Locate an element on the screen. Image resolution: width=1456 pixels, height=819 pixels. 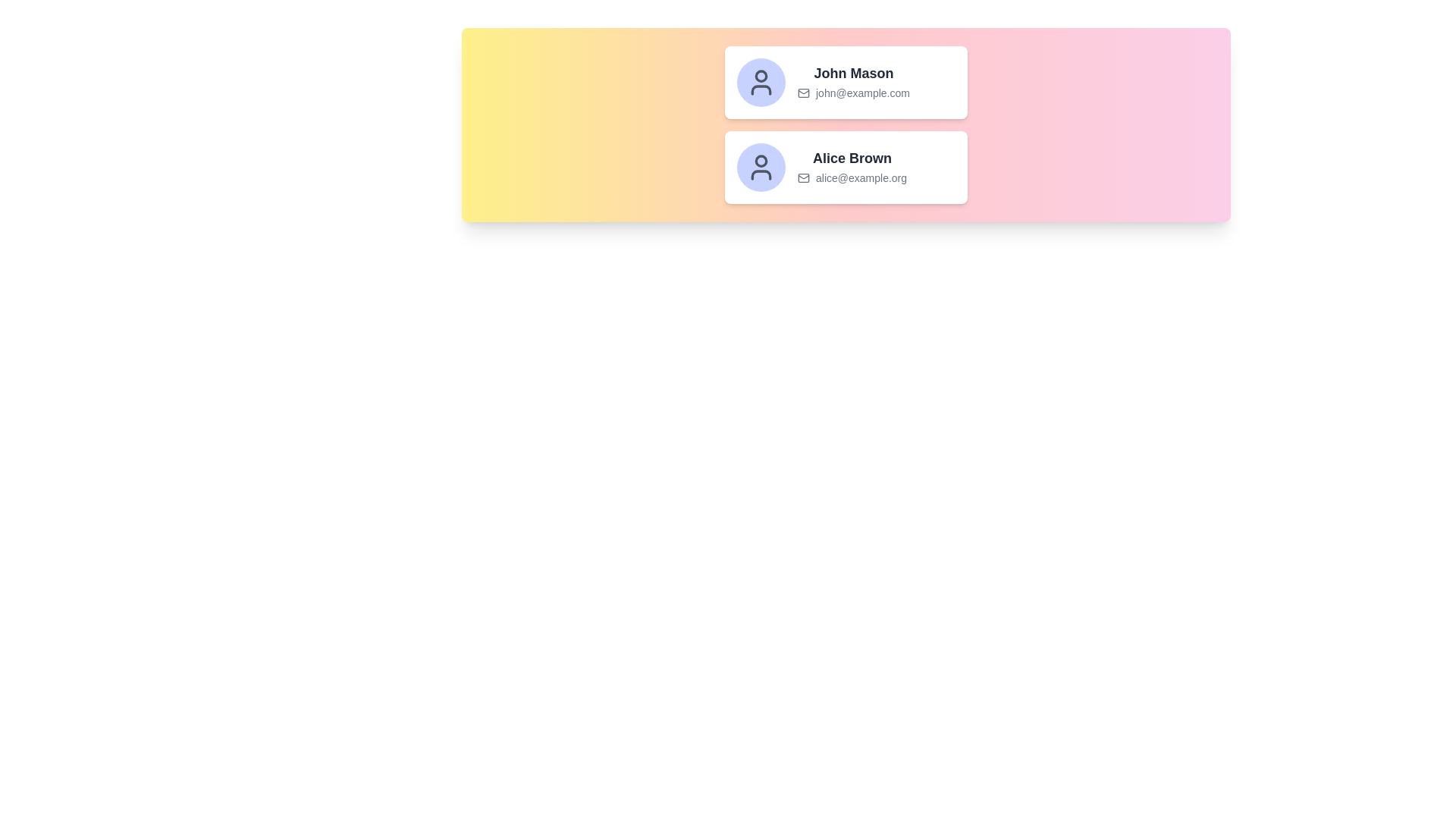
the text label displaying the name 'John Mason', which is positioned at the top of the card layout is located at coordinates (853, 73).